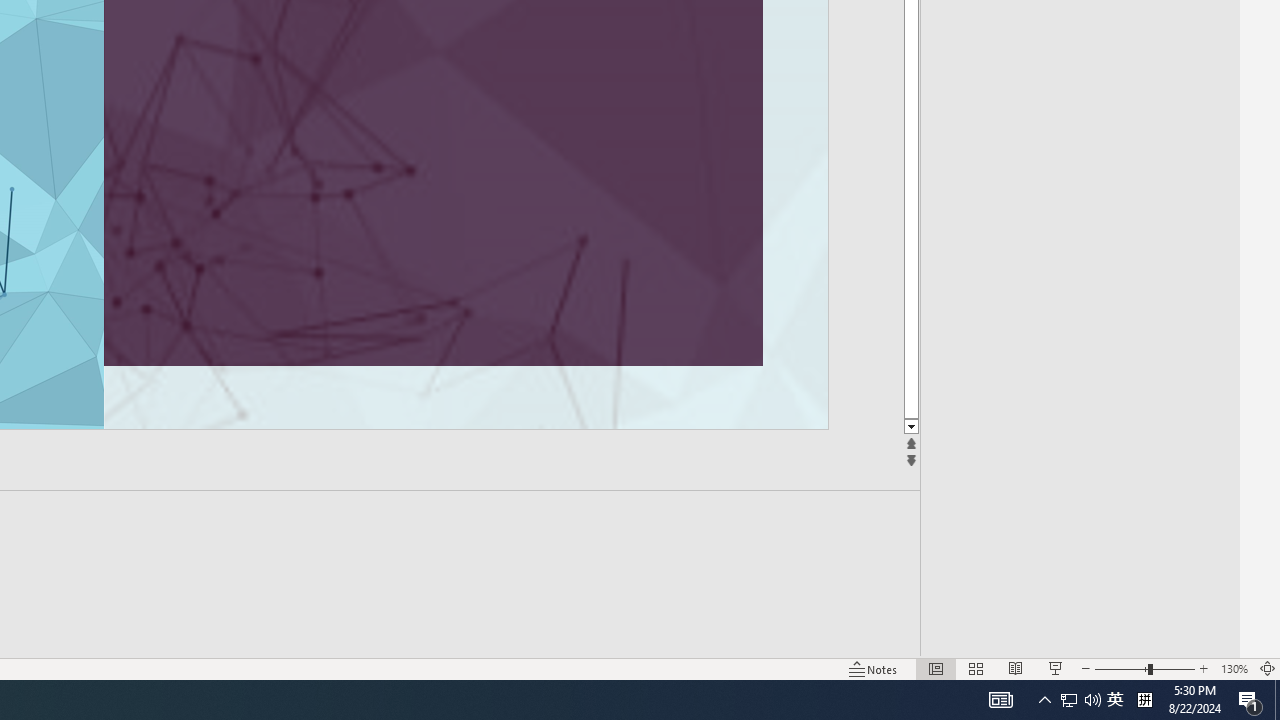 The width and height of the screenshot is (1280, 720). What do you see at coordinates (910, 426) in the screenshot?
I see `'Line down'` at bounding box center [910, 426].